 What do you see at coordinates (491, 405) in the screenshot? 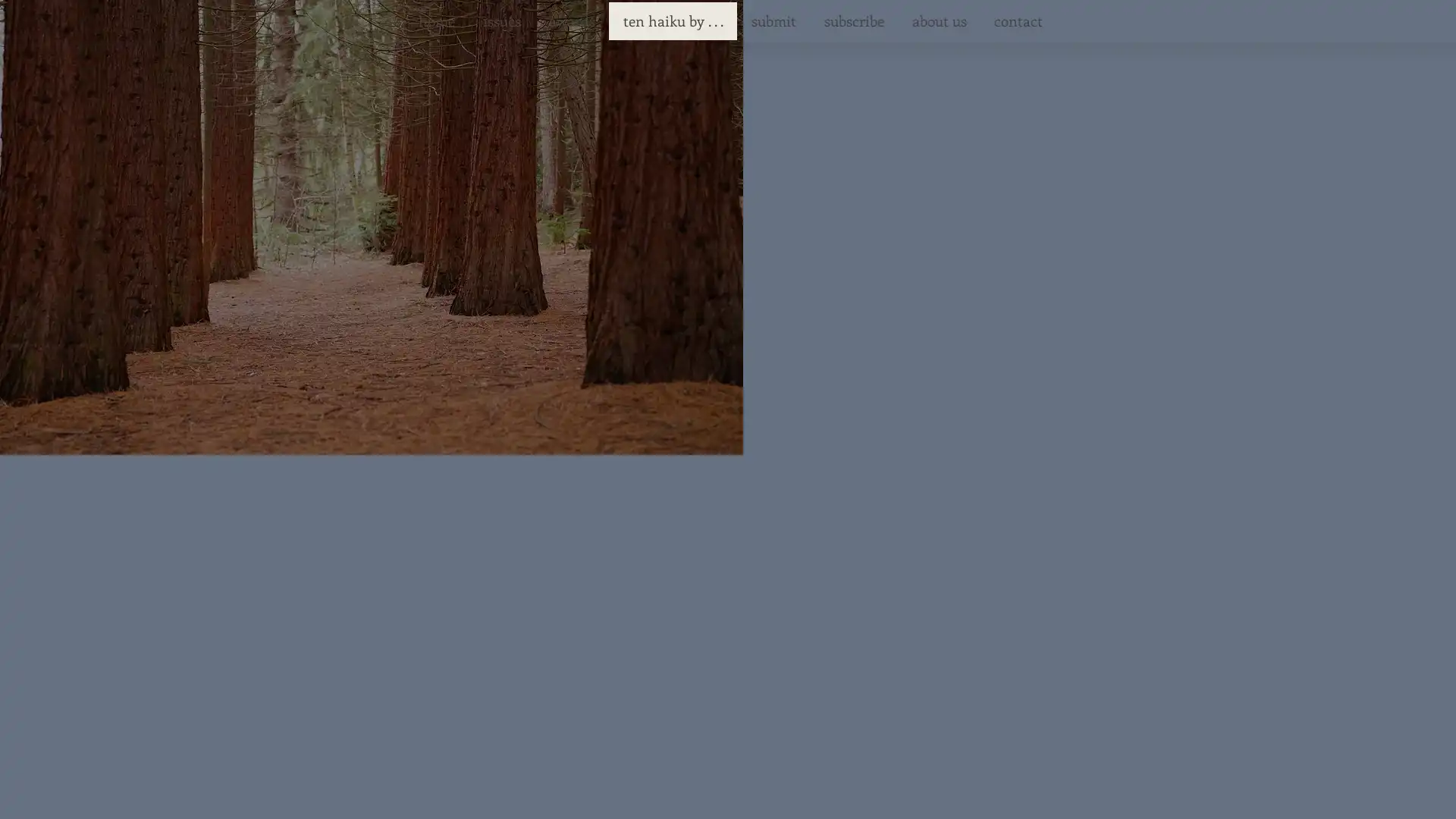
I see `Previous` at bounding box center [491, 405].